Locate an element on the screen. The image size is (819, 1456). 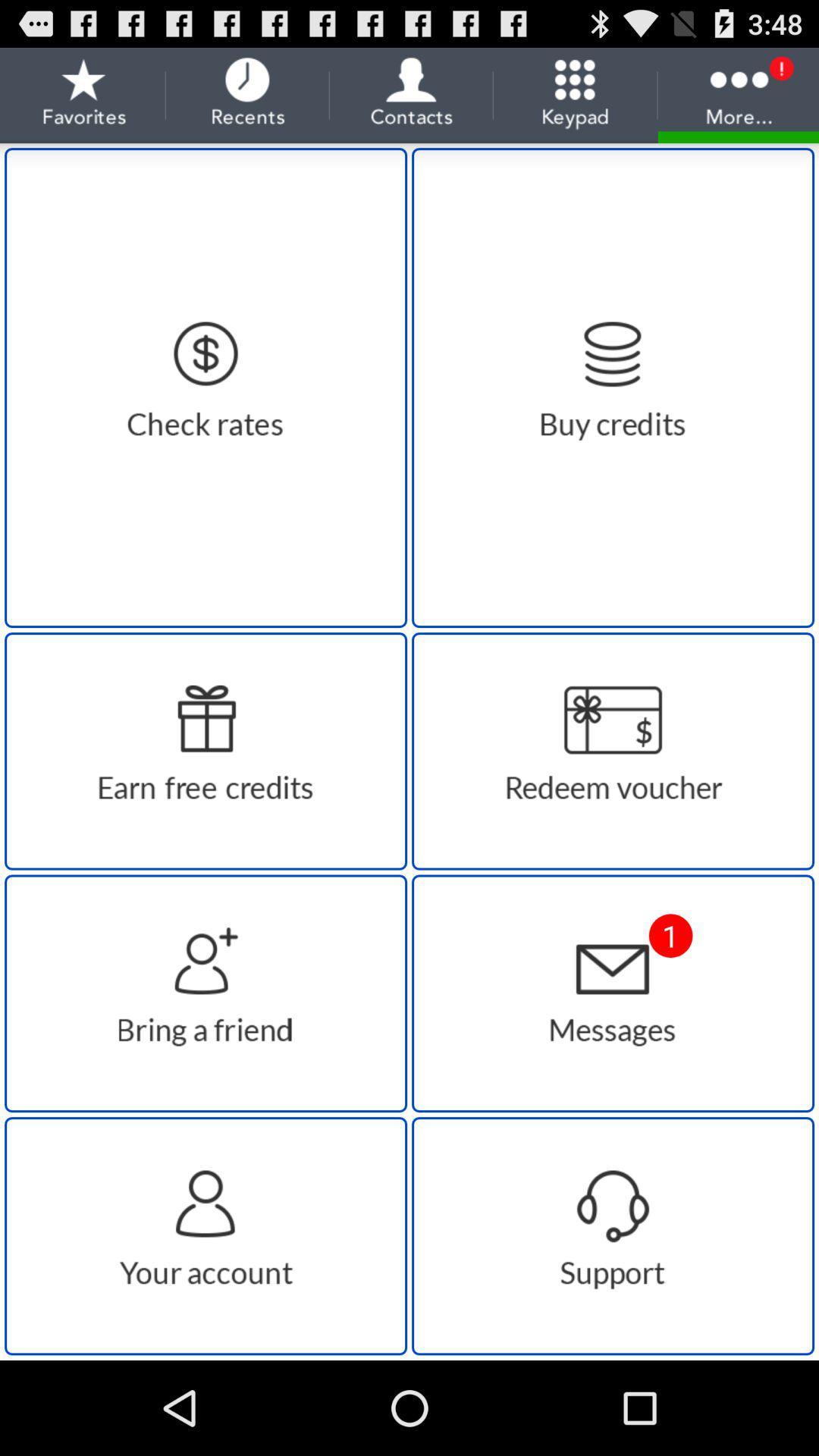
contacts is located at coordinates (206, 993).